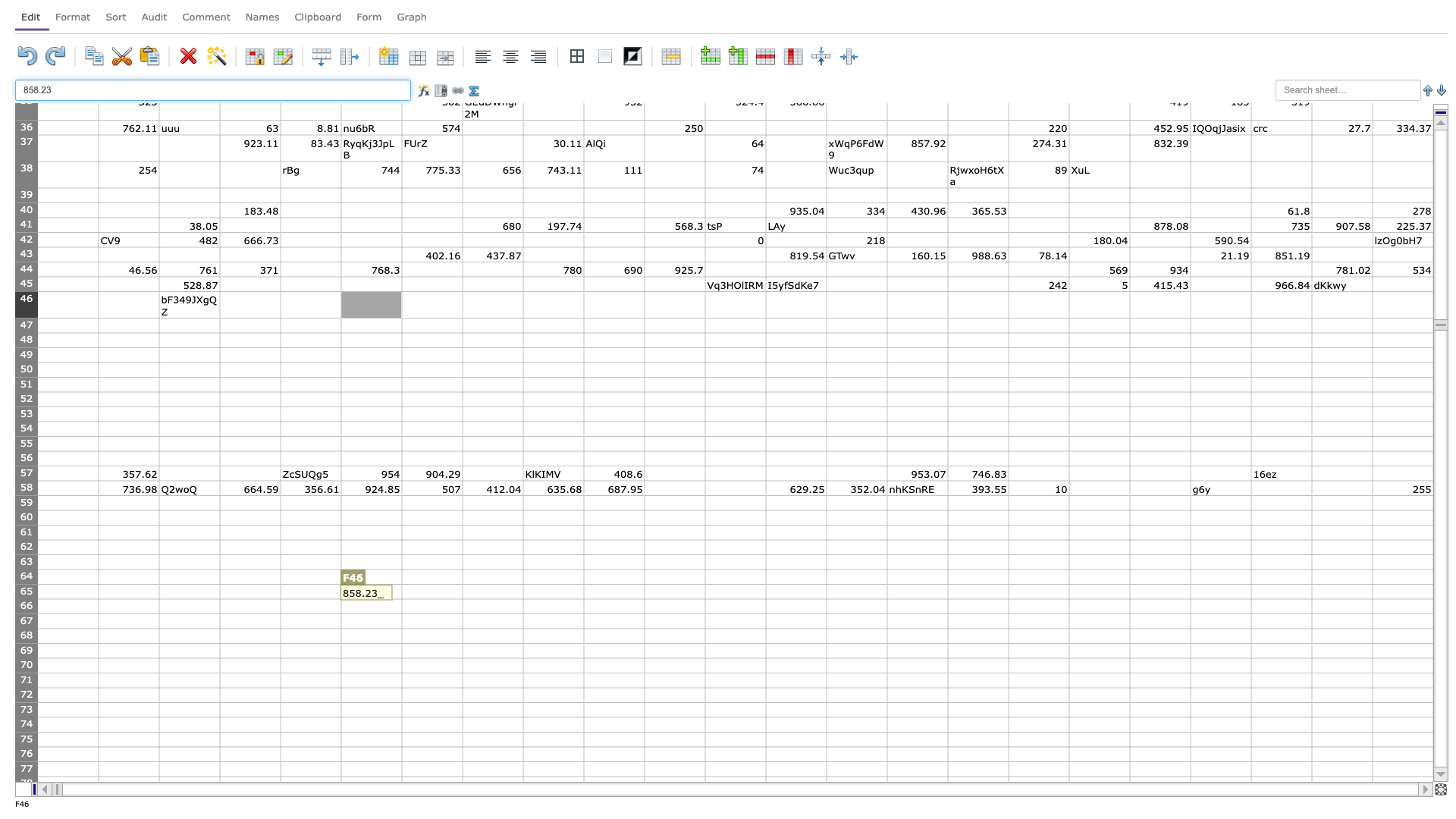 This screenshot has width=1456, height=819. I want to click on Place cursor on fill handle point of G66, so click(461, 613).